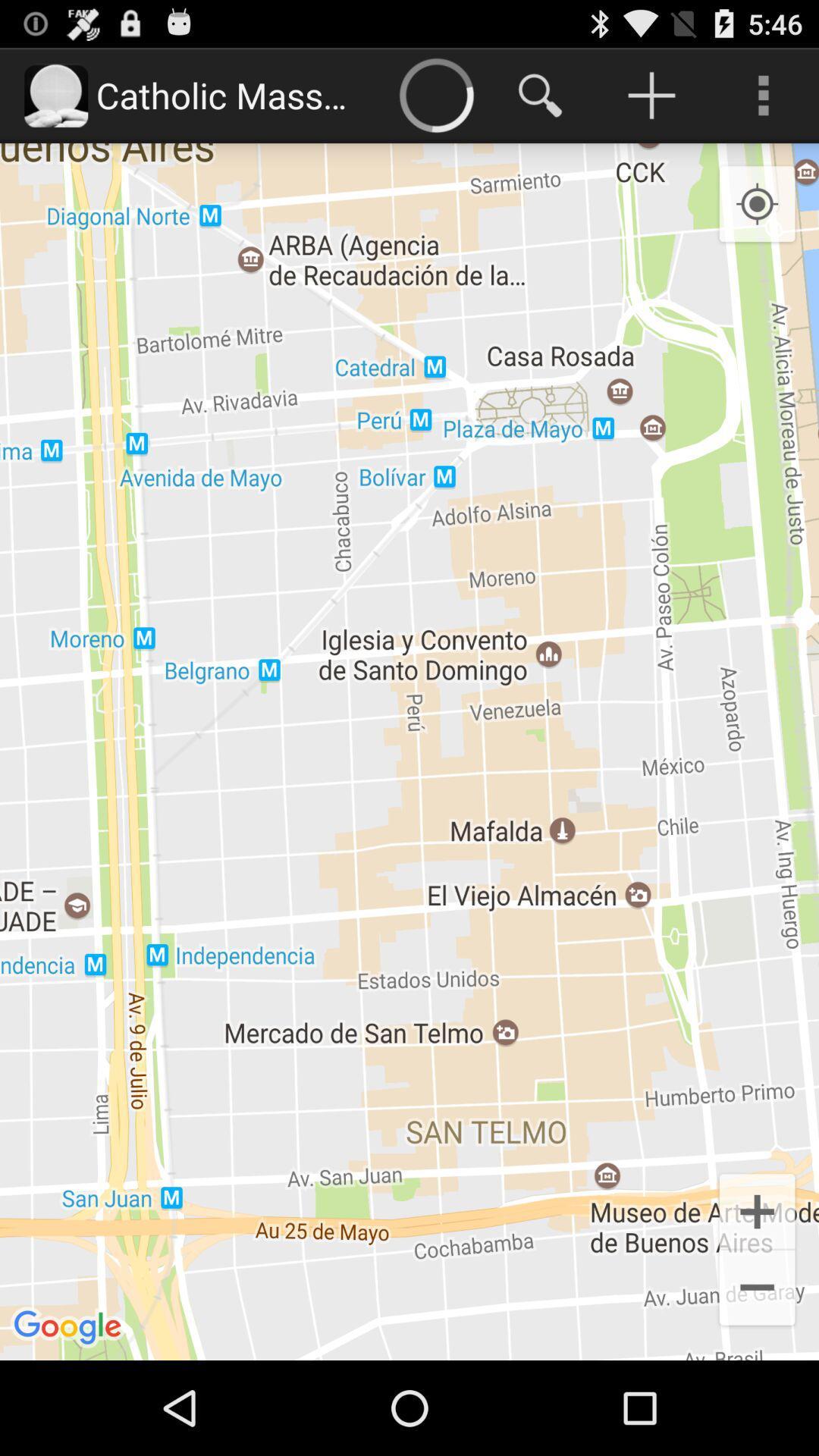  Describe the element at coordinates (757, 218) in the screenshot. I see `the location_crosshair icon` at that location.